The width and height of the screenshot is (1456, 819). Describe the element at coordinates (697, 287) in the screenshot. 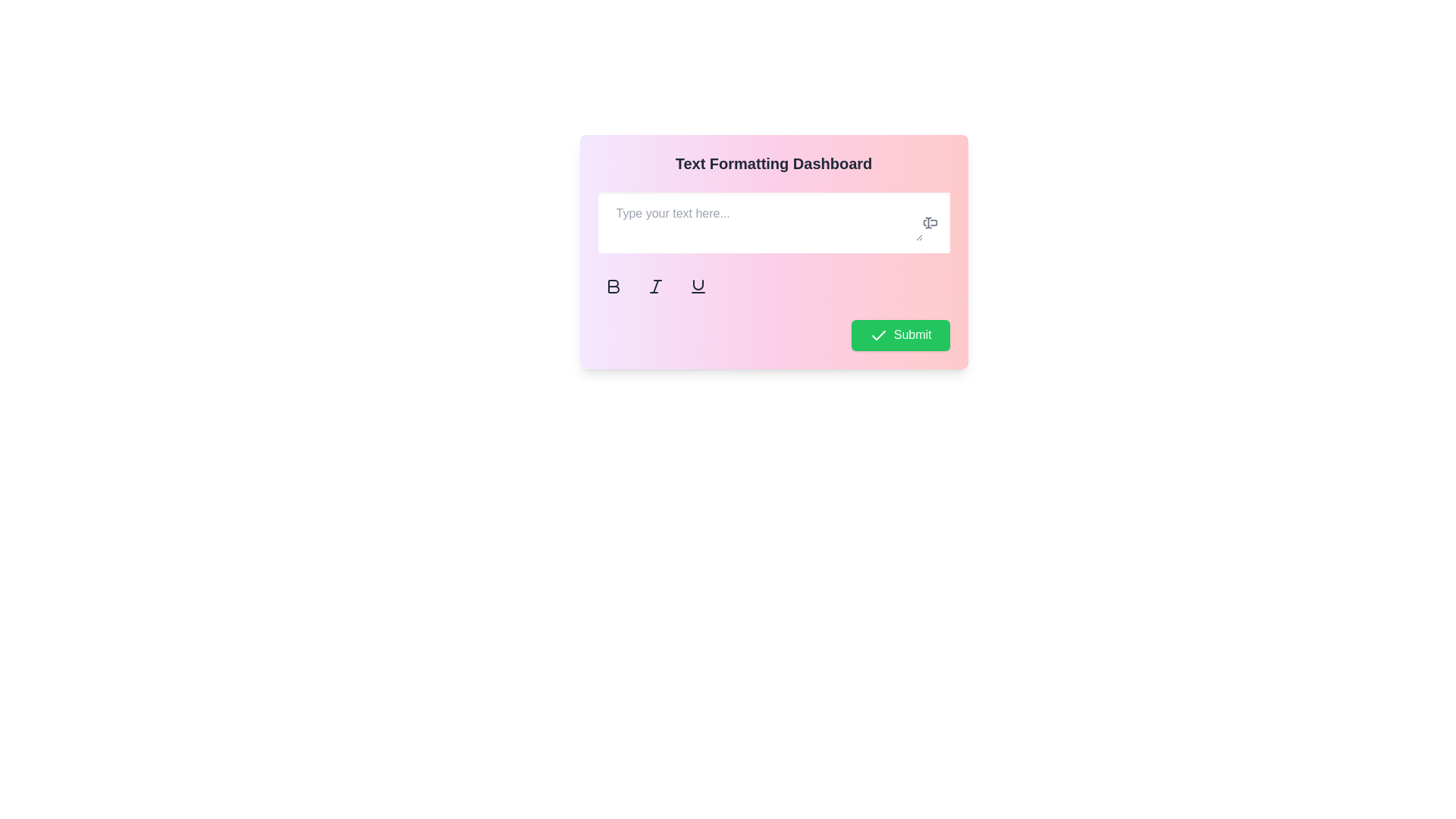

I see `the underline formatting icon button located third from the left in the row of text formatting icons` at that location.